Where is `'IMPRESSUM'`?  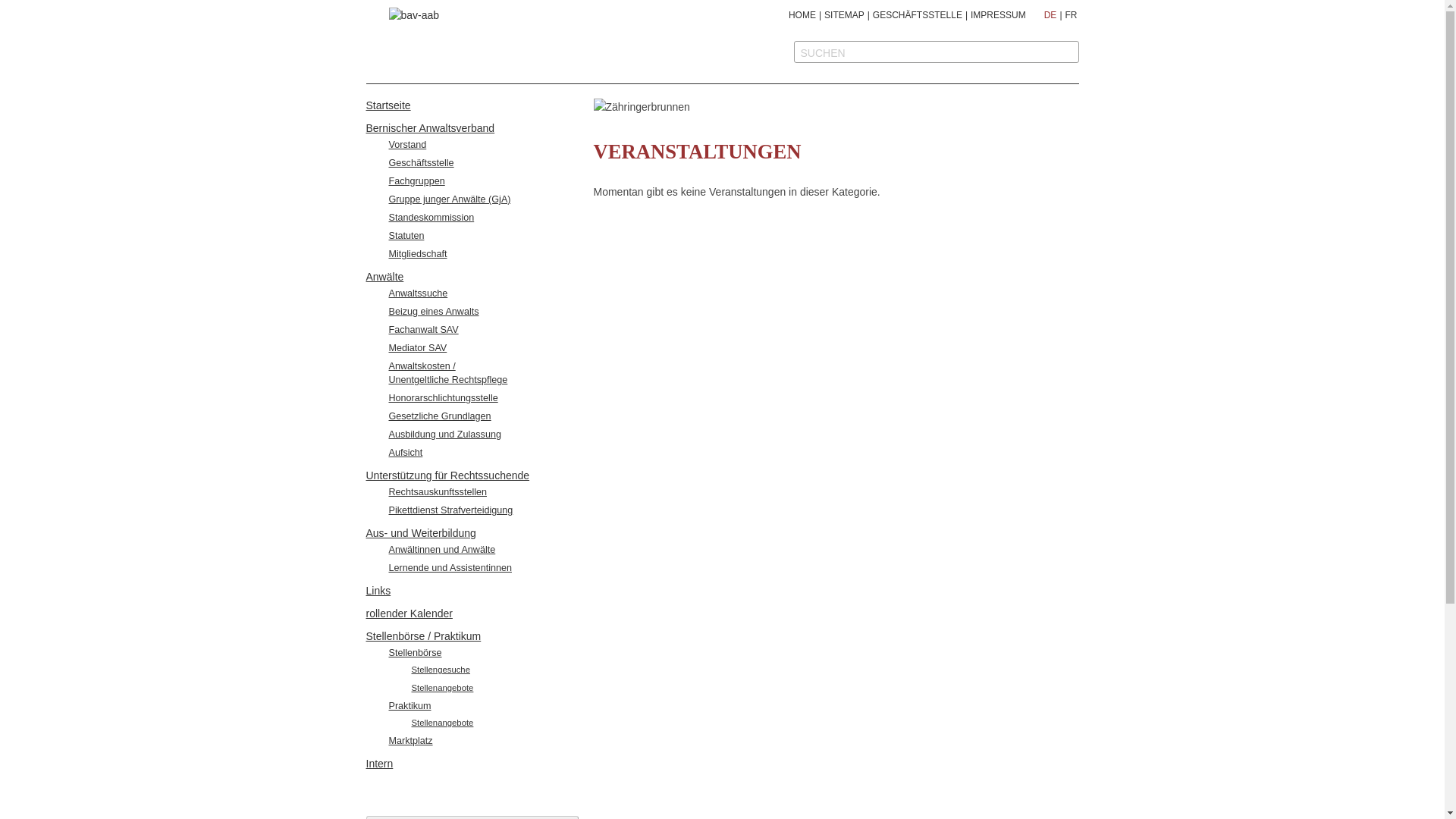 'IMPRESSUM' is located at coordinates (998, 14).